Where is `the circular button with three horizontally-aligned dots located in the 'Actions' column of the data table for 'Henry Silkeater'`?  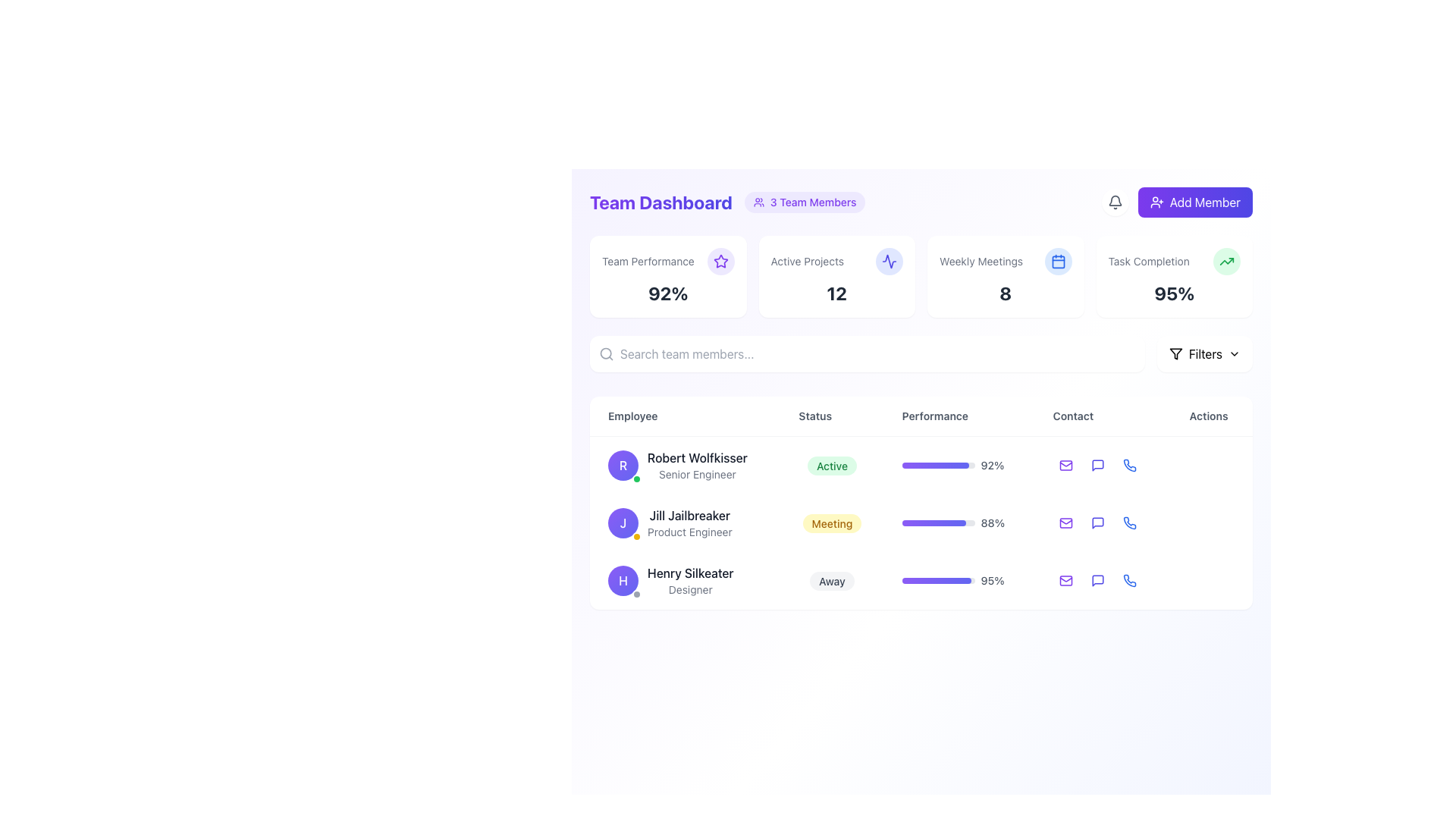 the circular button with three horizontally-aligned dots located in the 'Actions' column of the data table for 'Henry Silkeater' is located at coordinates (1211, 580).